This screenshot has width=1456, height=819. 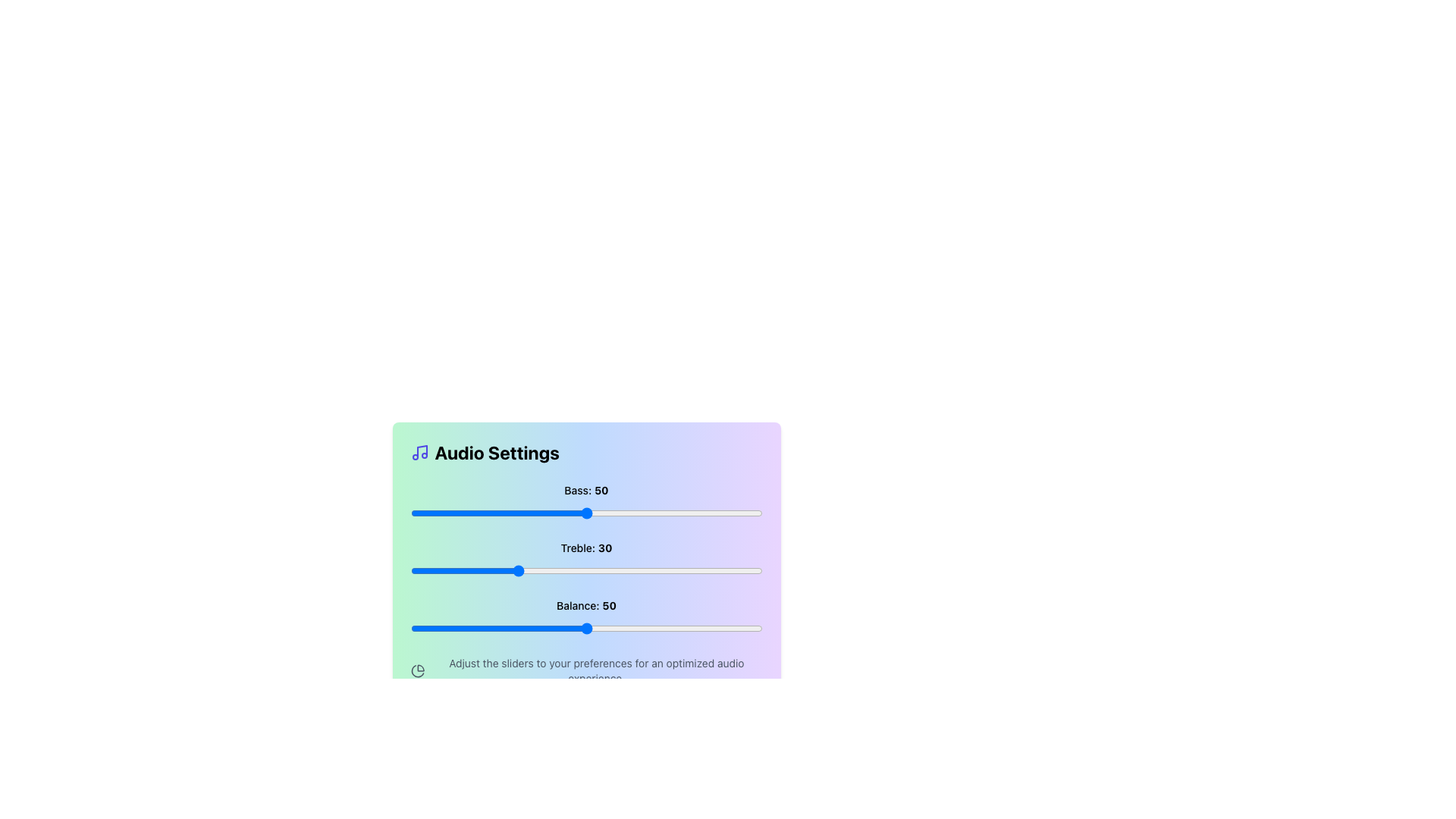 What do you see at coordinates (585, 629) in the screenshot?
I see `the Range Slider for 'Balance' value adjustment, currently set to 50, located in the bottom region of the box labeled 'Balance: 50'` at bounding box center [585, 629].